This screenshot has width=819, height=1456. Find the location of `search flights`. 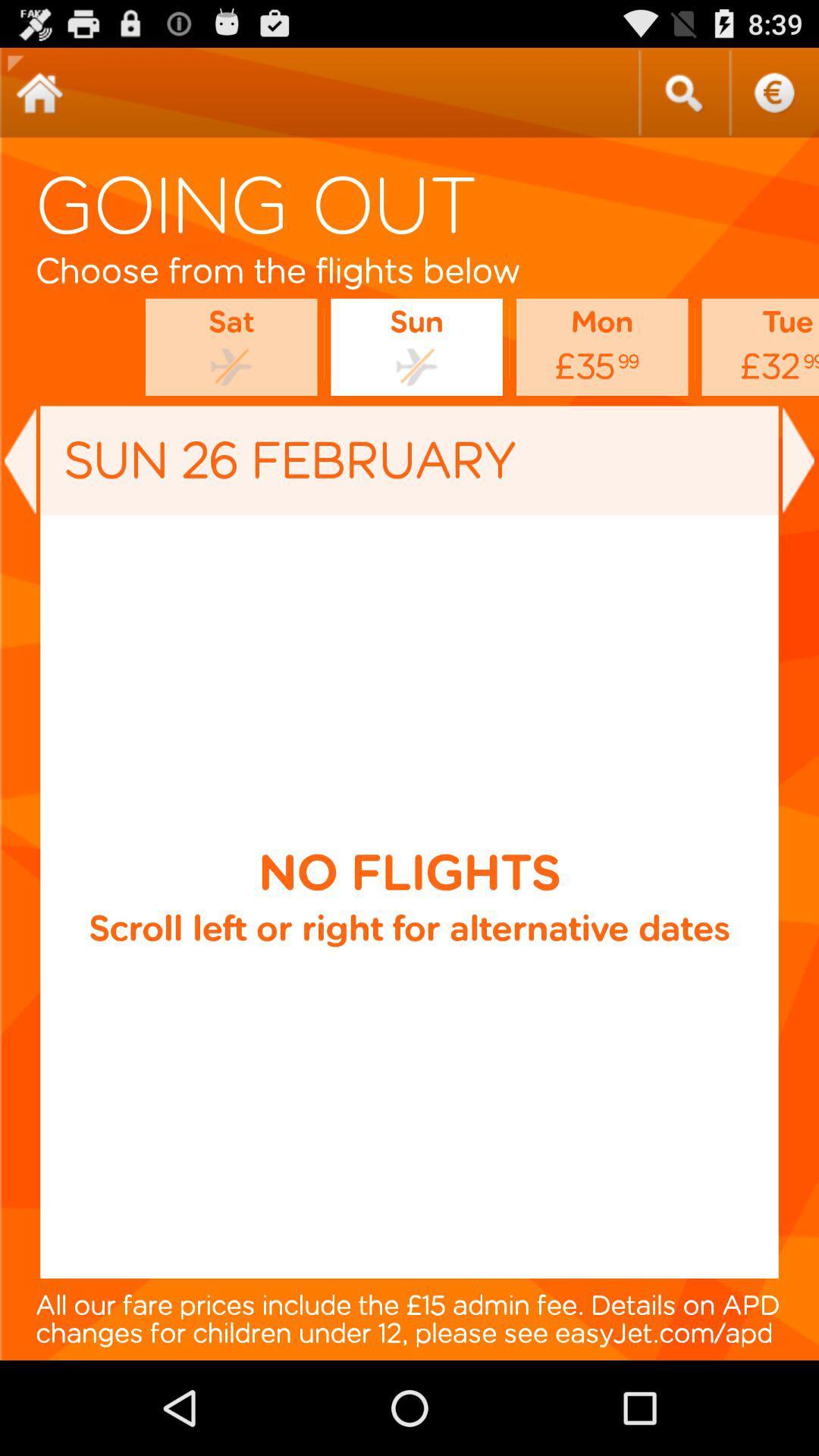

search flights is located at coordinates (683, 92).